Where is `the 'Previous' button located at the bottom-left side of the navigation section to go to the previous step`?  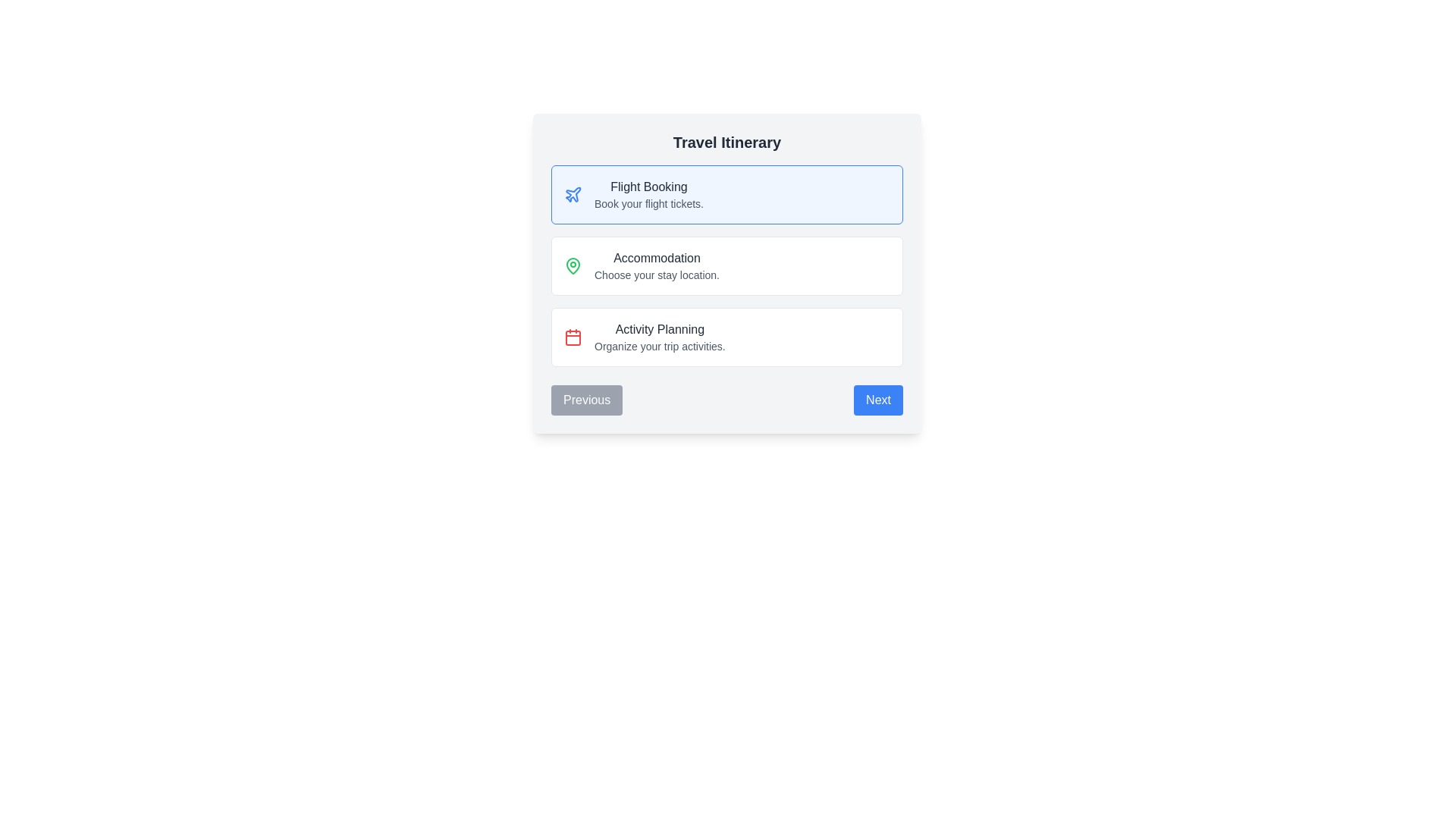
the 'Previous' button located at the bottom-left side of the navigation section to go to the previous step is located at coordinates (586, 400).